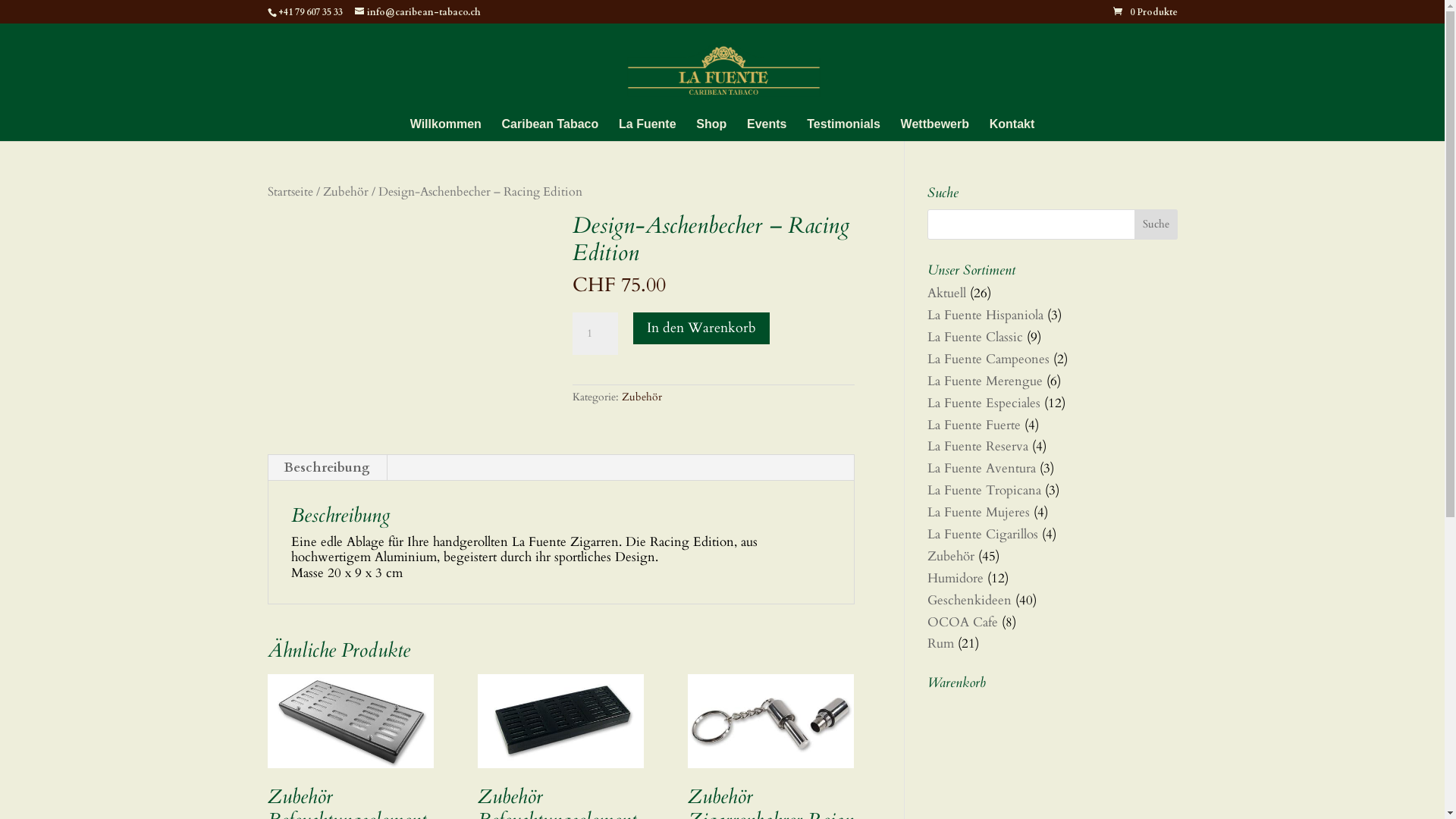 The image size is (1456, 819). I want to click on 'Aktuell', so click(945, 293).